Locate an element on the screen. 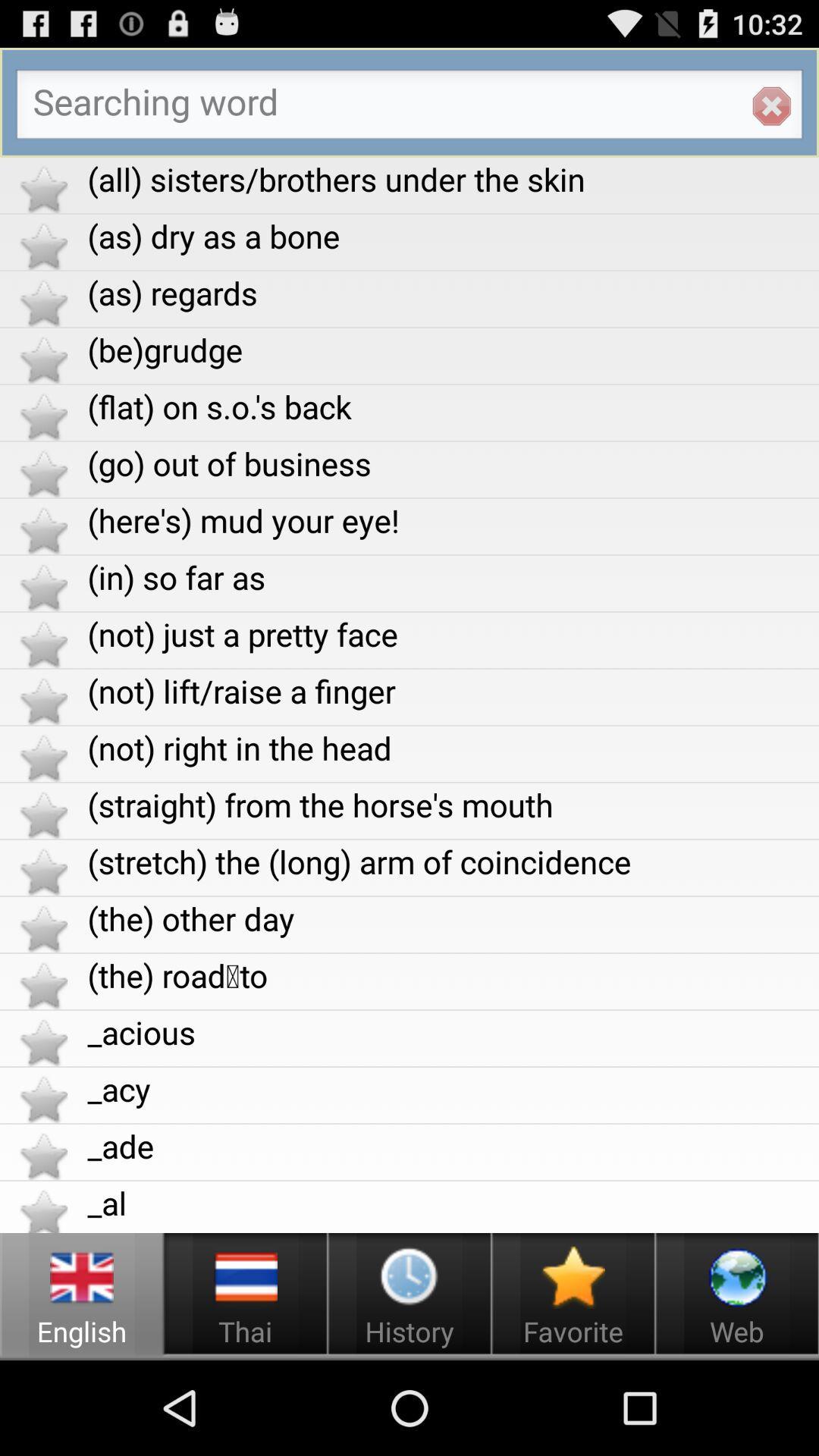 The image size is (819, 1456). the item above the stretch the long is located at coordinates (452, 804).